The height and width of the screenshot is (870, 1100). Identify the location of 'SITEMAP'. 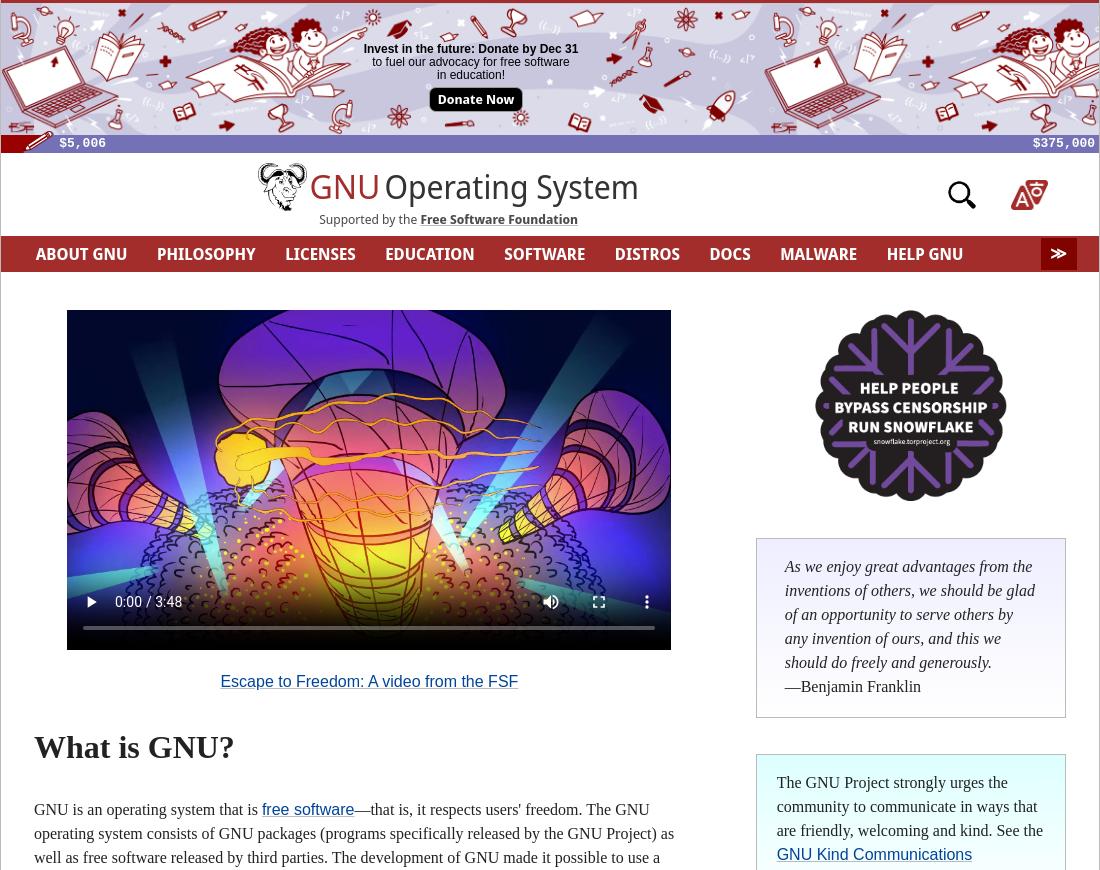
(785, 289).